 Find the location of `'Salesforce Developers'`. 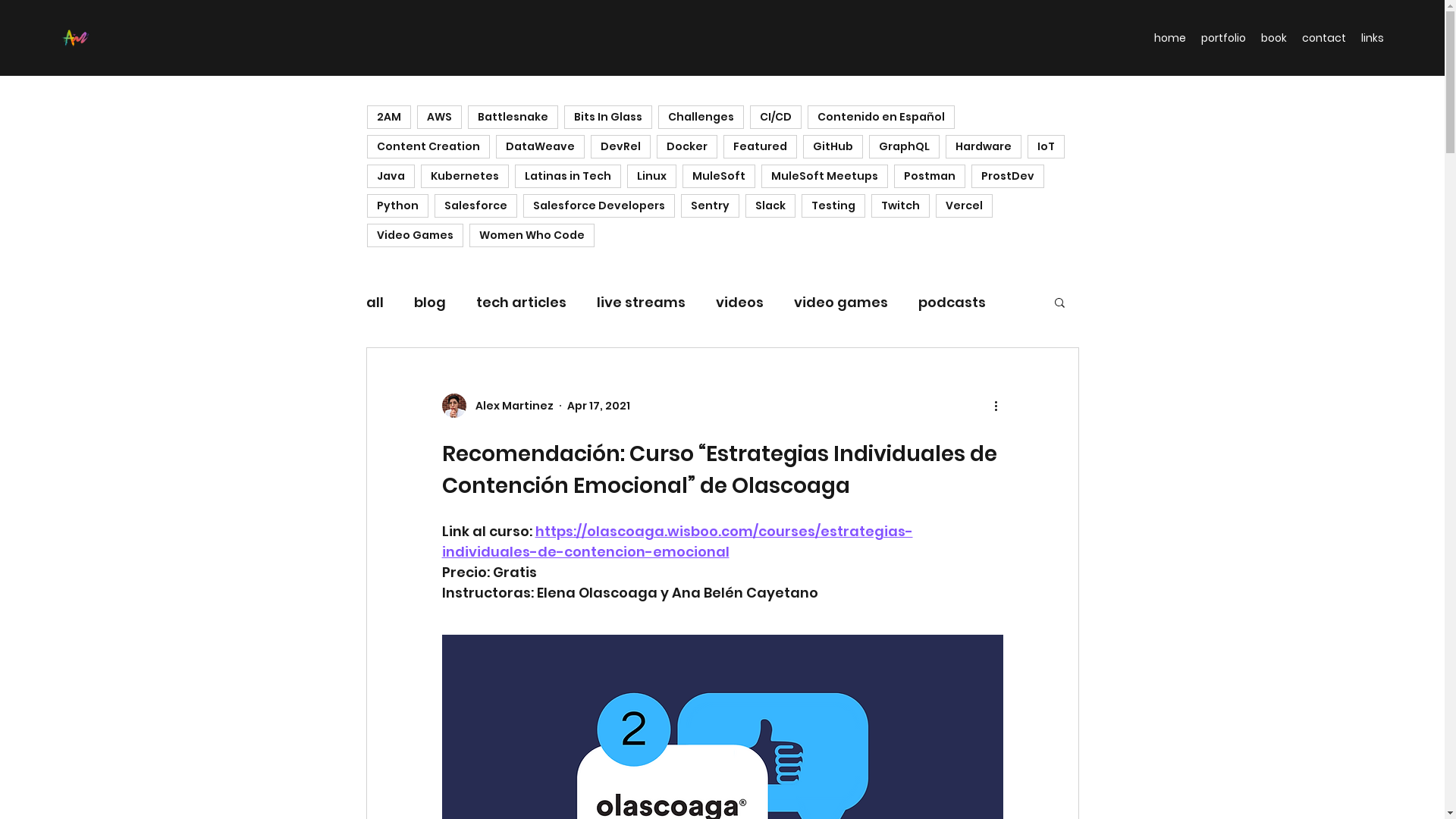

'Salesforce Developers' is located at coordinates (523, 206).